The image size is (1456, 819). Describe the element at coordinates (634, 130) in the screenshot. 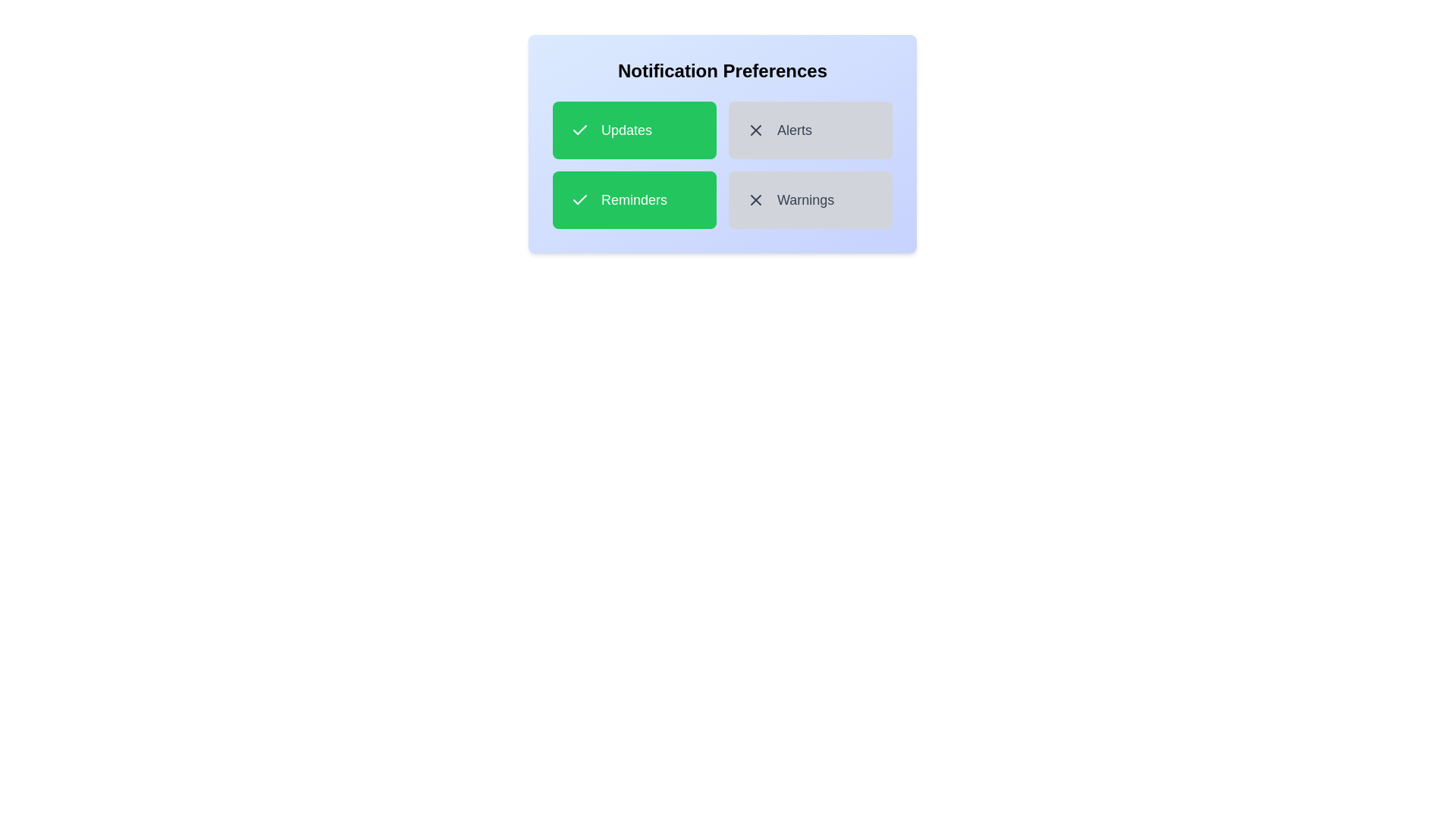

I see `the notification name to select its text` at that location.